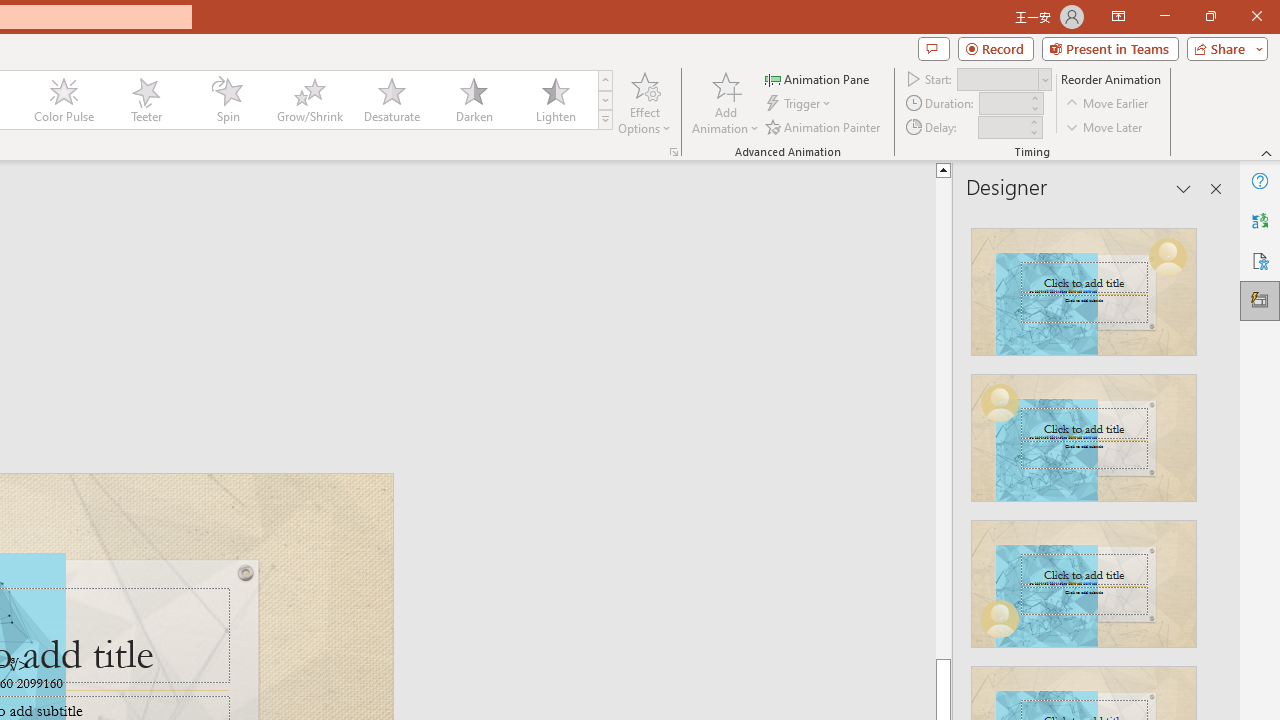 This screenshot has width=1280, height=720. I want to click on 'Trigger', so click(800, 103).